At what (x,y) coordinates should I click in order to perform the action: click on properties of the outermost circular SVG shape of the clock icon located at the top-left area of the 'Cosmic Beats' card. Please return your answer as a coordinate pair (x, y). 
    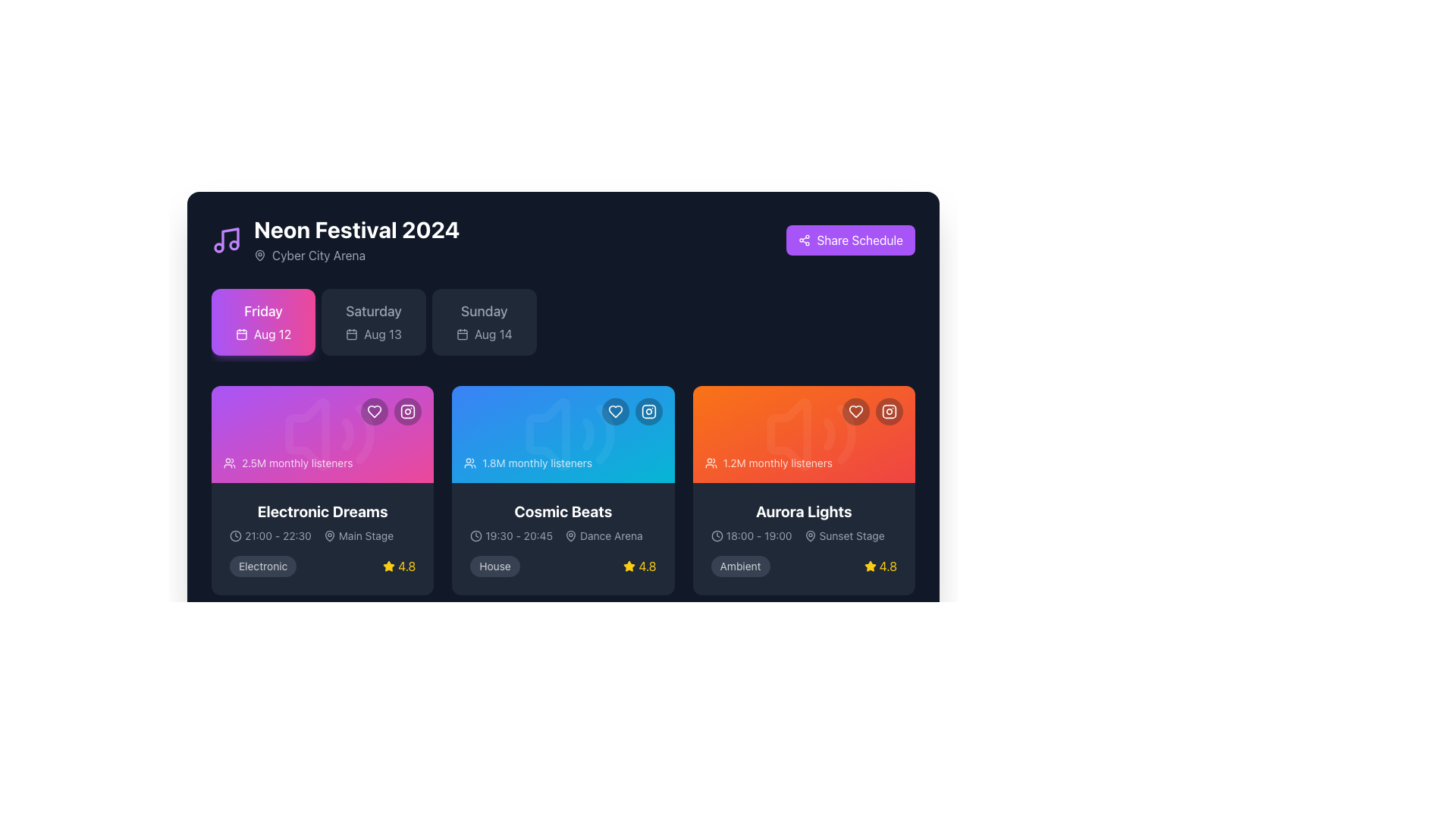
    Looking at the image, I should click on (475, 535).